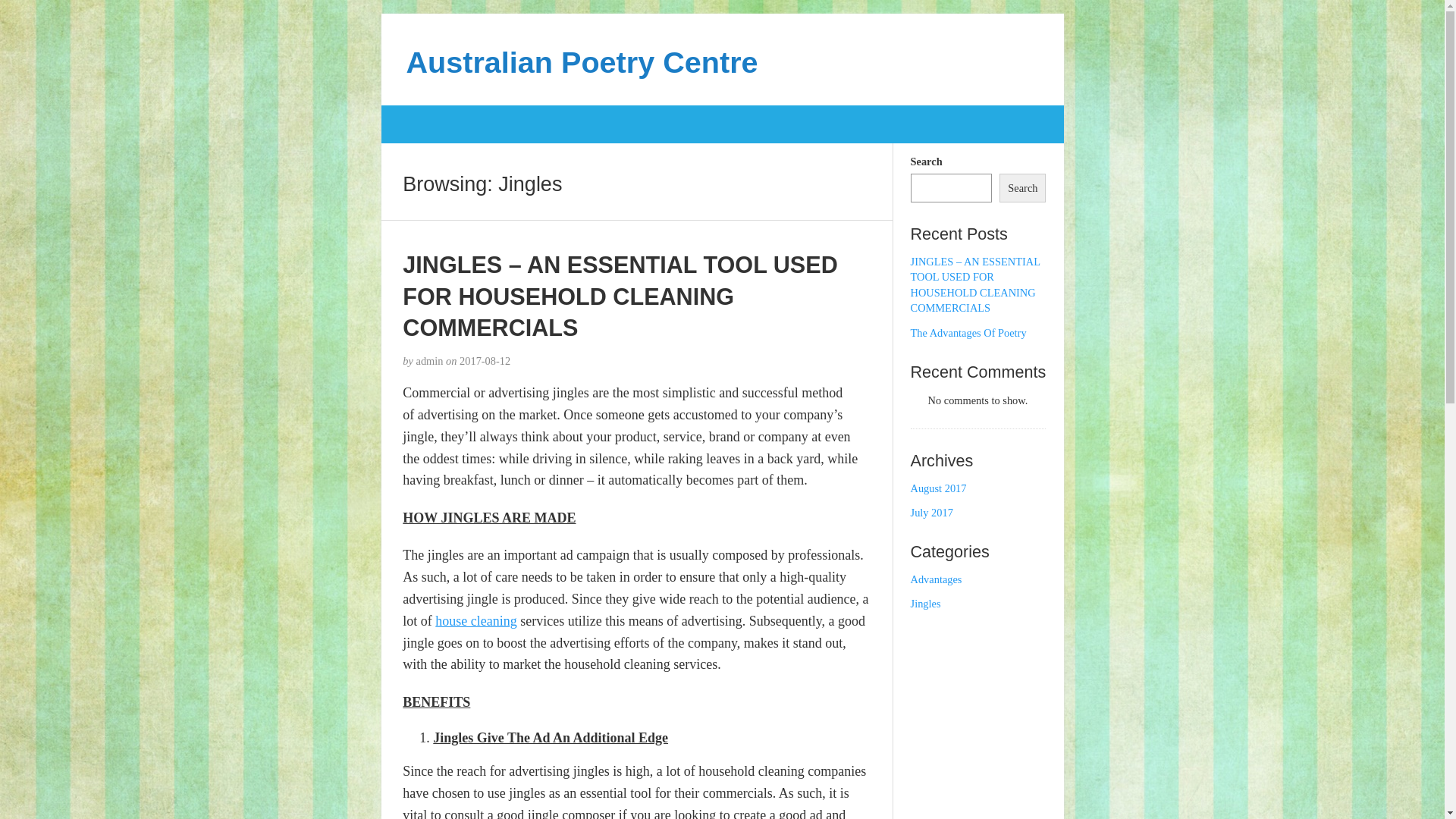 This screenshot has height=819, width=1456. Describe the element at coordinates (938, 488) in the screenshot. I see `'August 2017'` at that location.